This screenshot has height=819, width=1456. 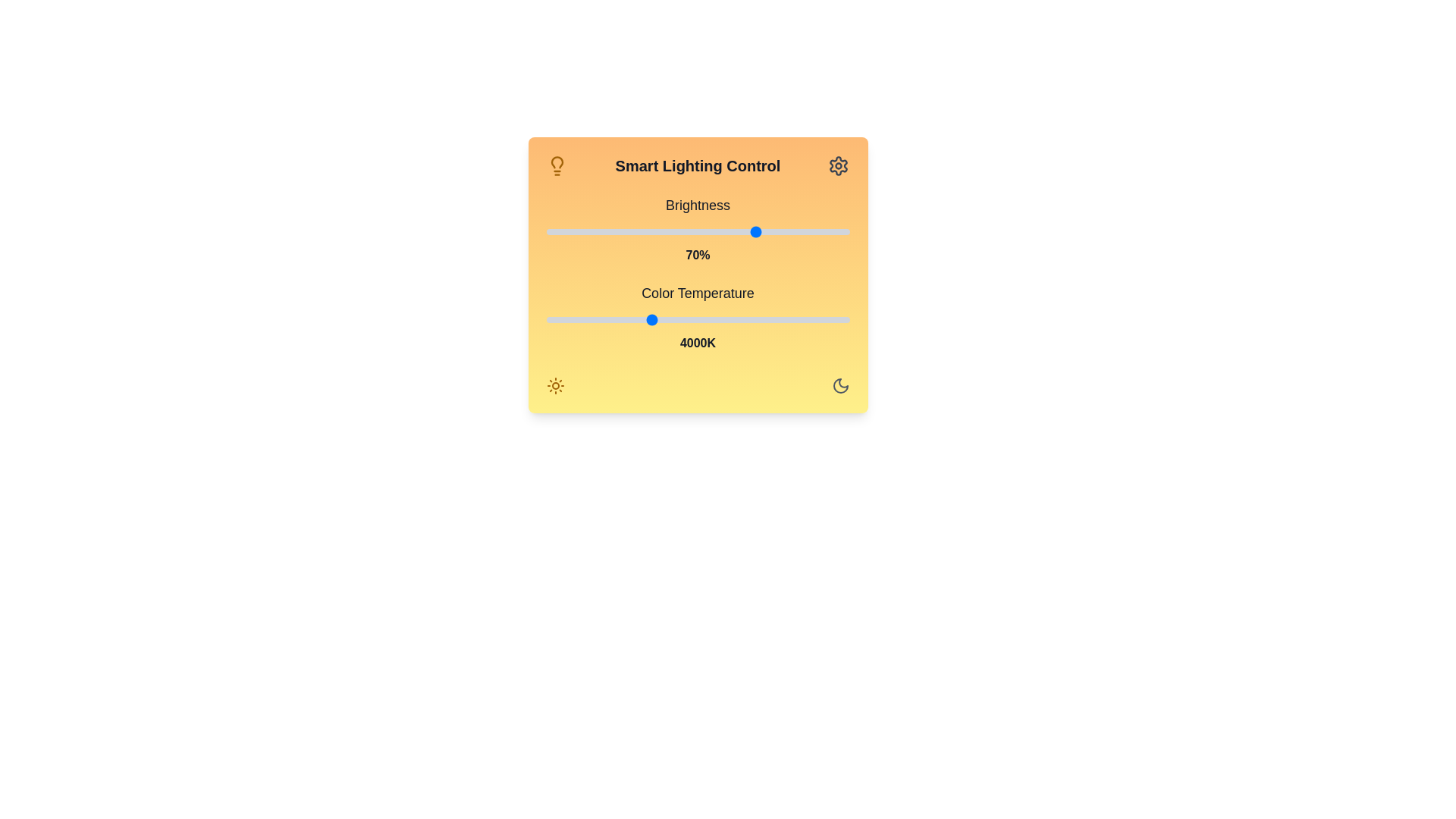 What do you see at coordinates (811, 318) in the screenshot?
I see `the color temperature slider to set the color temperature to 6035 Kelvin` at bounding box center [811, 318].